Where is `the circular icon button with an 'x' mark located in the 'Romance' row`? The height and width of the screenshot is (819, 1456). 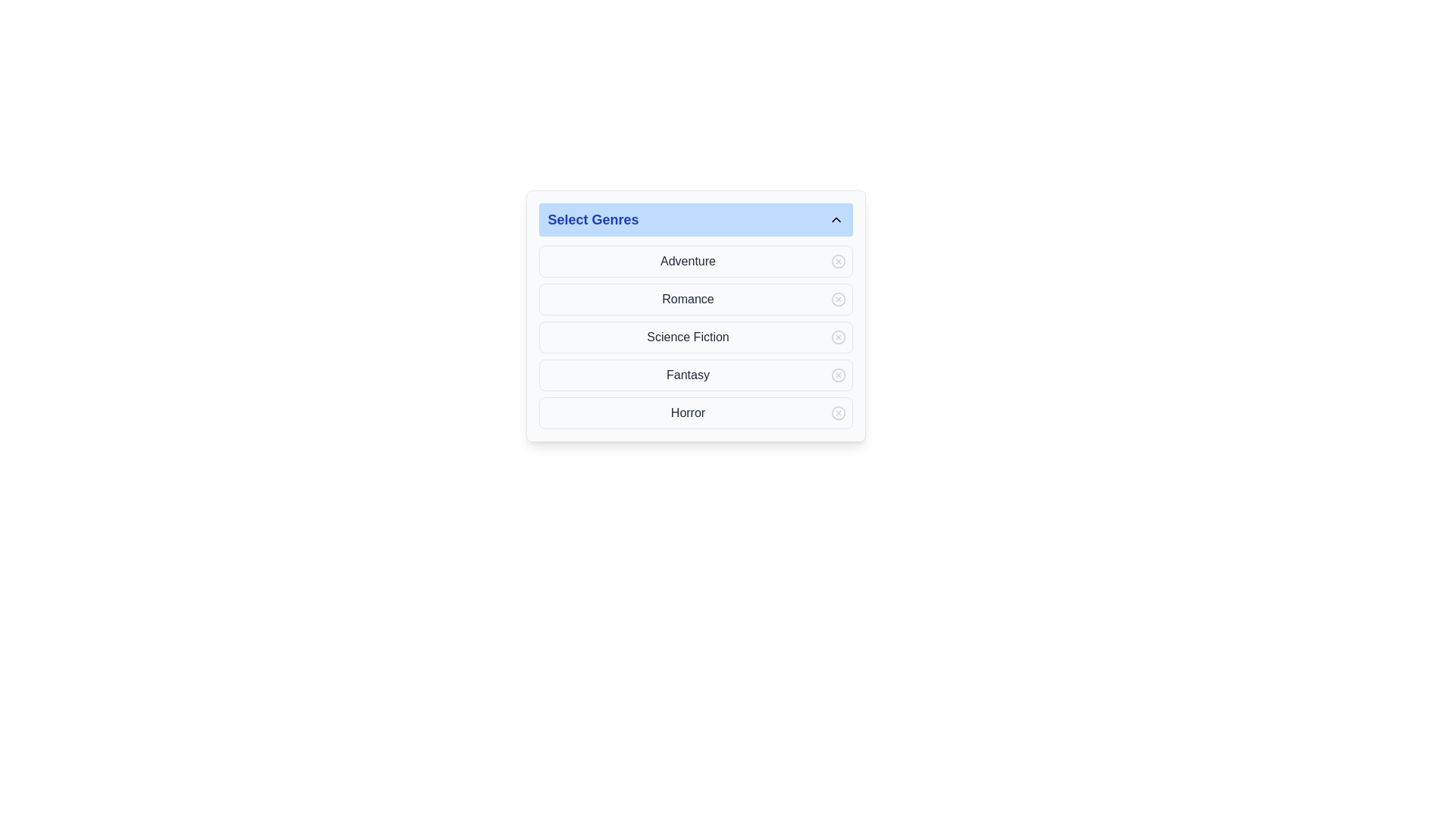 the circular icon button with an 'x' mark located in the 'Romance' row is located at coordinates (837, 299).